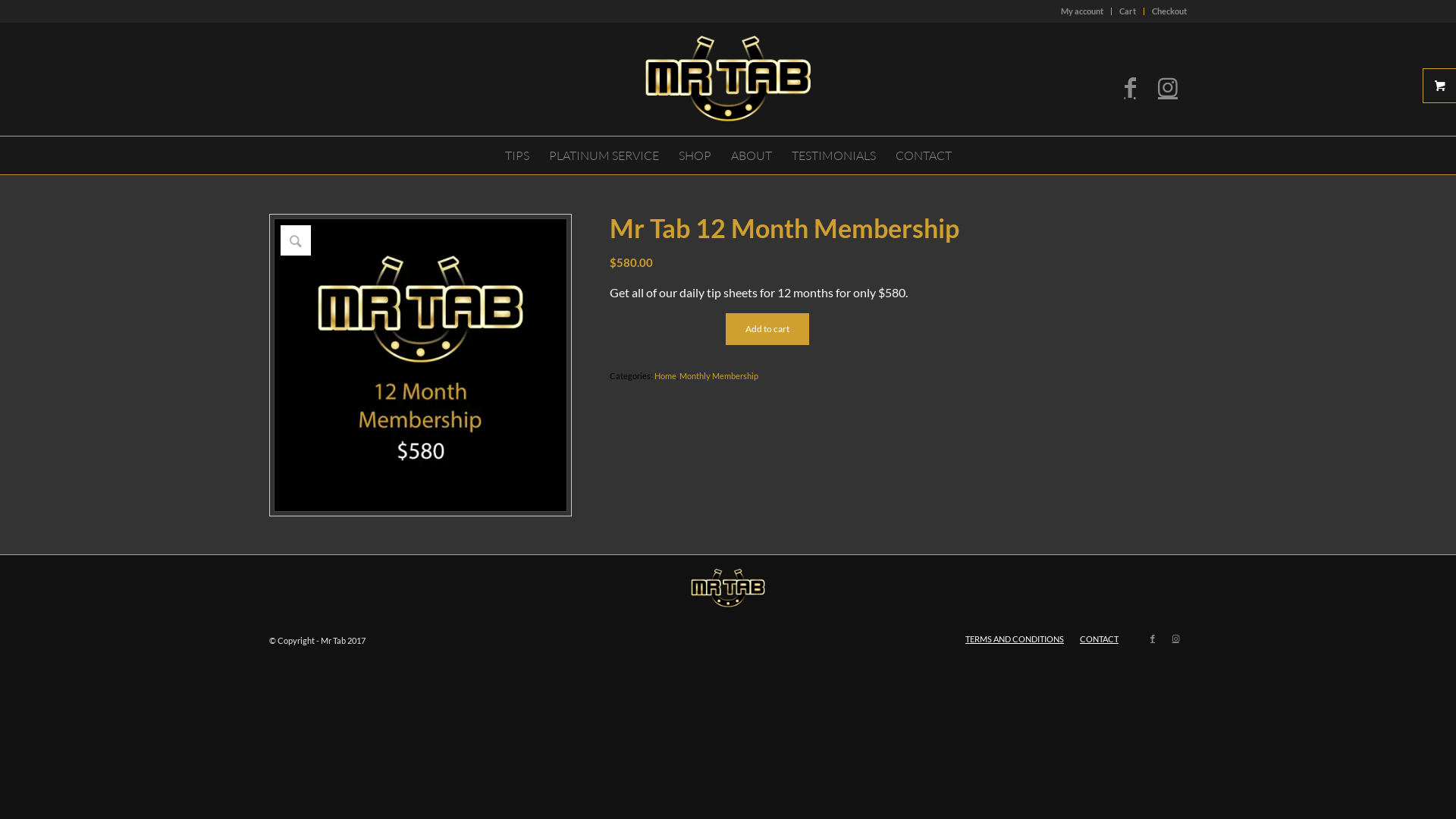  I want to click on 'Add to cart', so click(767, 328).